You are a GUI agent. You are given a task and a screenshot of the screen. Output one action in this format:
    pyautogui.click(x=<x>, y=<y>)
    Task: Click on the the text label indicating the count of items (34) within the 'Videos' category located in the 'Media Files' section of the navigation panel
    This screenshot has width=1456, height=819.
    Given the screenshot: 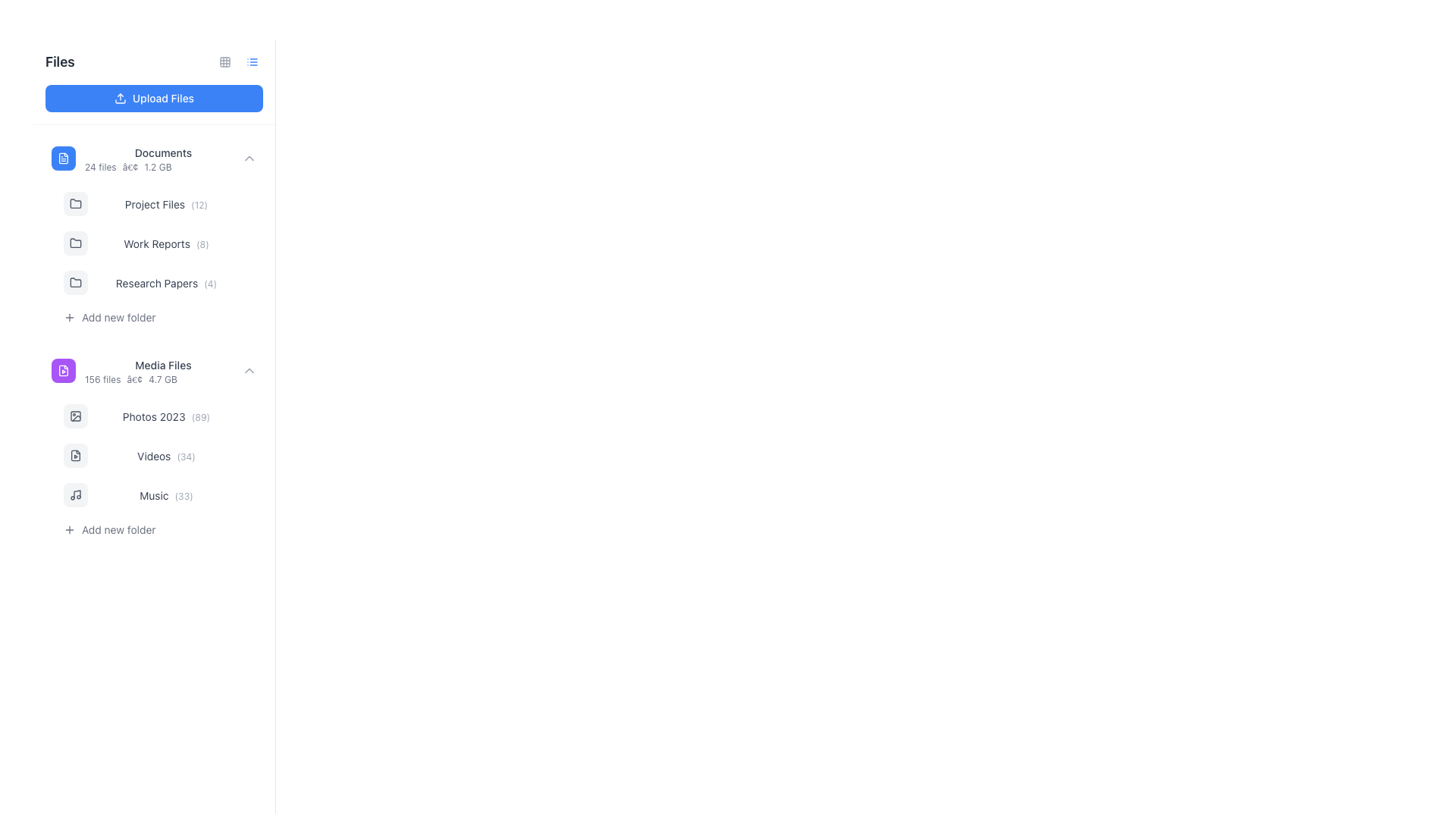 What is the action you would take?
    pyautogui.click(x=185, y=456)
    